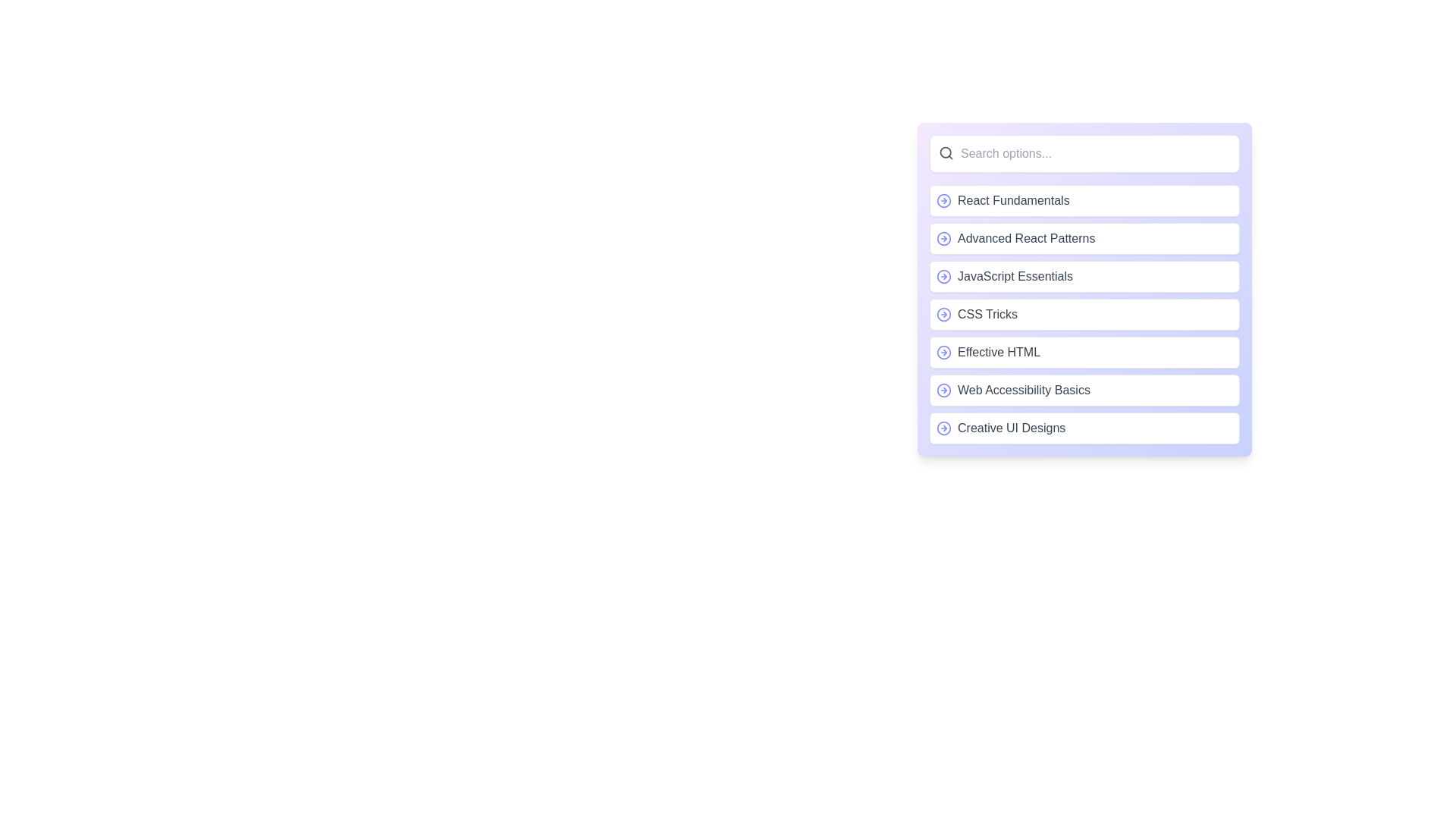 This screenshot has width=1456, height=819. What do you see at coordinates (943, 314) in the screenshot?
I see `the SVG icon associated with the 'CSS Tricks' entry in the vertical list` at bounding box center [943, 314].